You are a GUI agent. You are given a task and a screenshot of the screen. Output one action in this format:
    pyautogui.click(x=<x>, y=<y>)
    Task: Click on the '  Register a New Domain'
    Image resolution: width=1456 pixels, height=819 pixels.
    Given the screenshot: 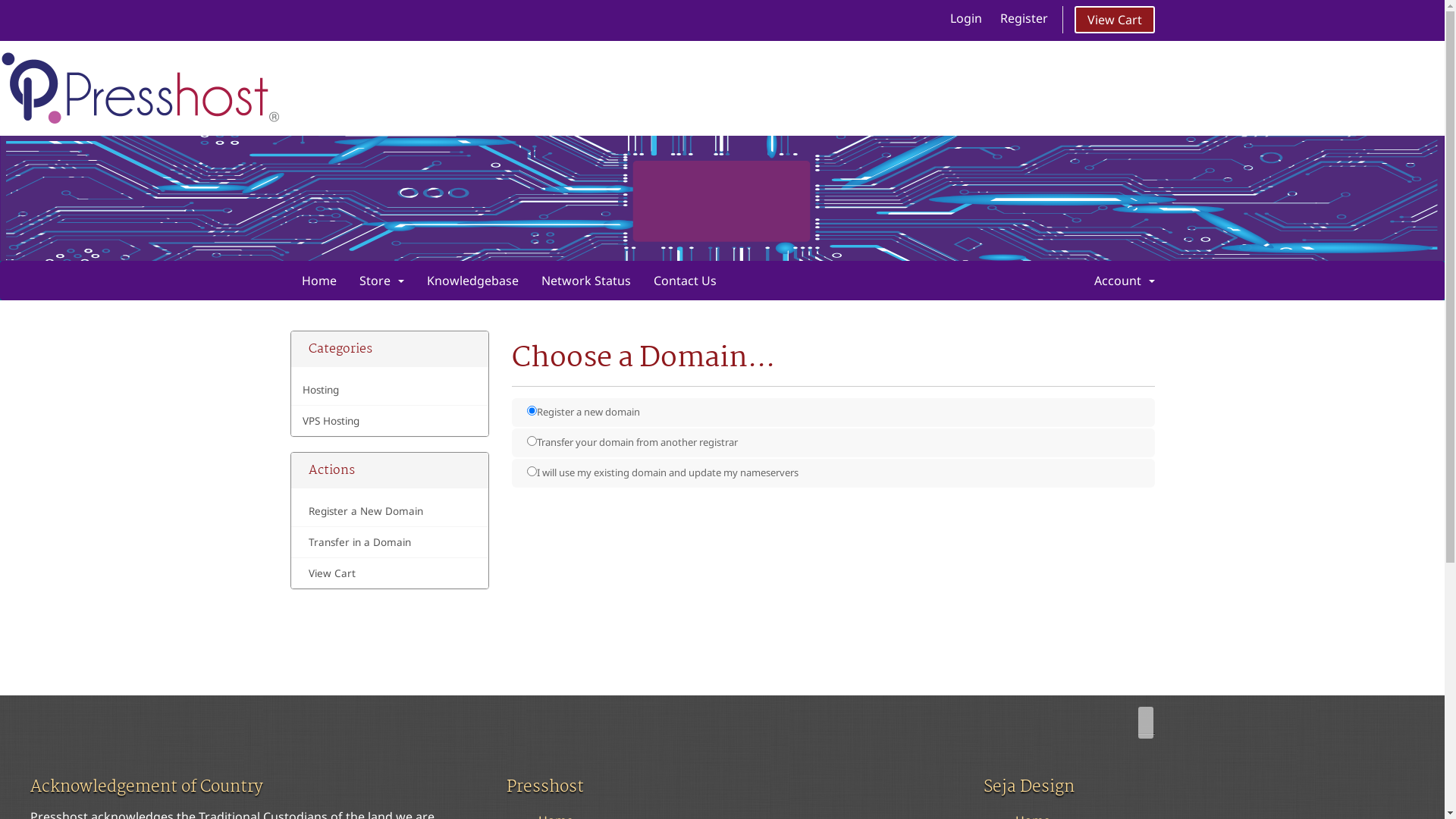 What is the action you would take?
    pyautogui.click(x=390, y=511)
    